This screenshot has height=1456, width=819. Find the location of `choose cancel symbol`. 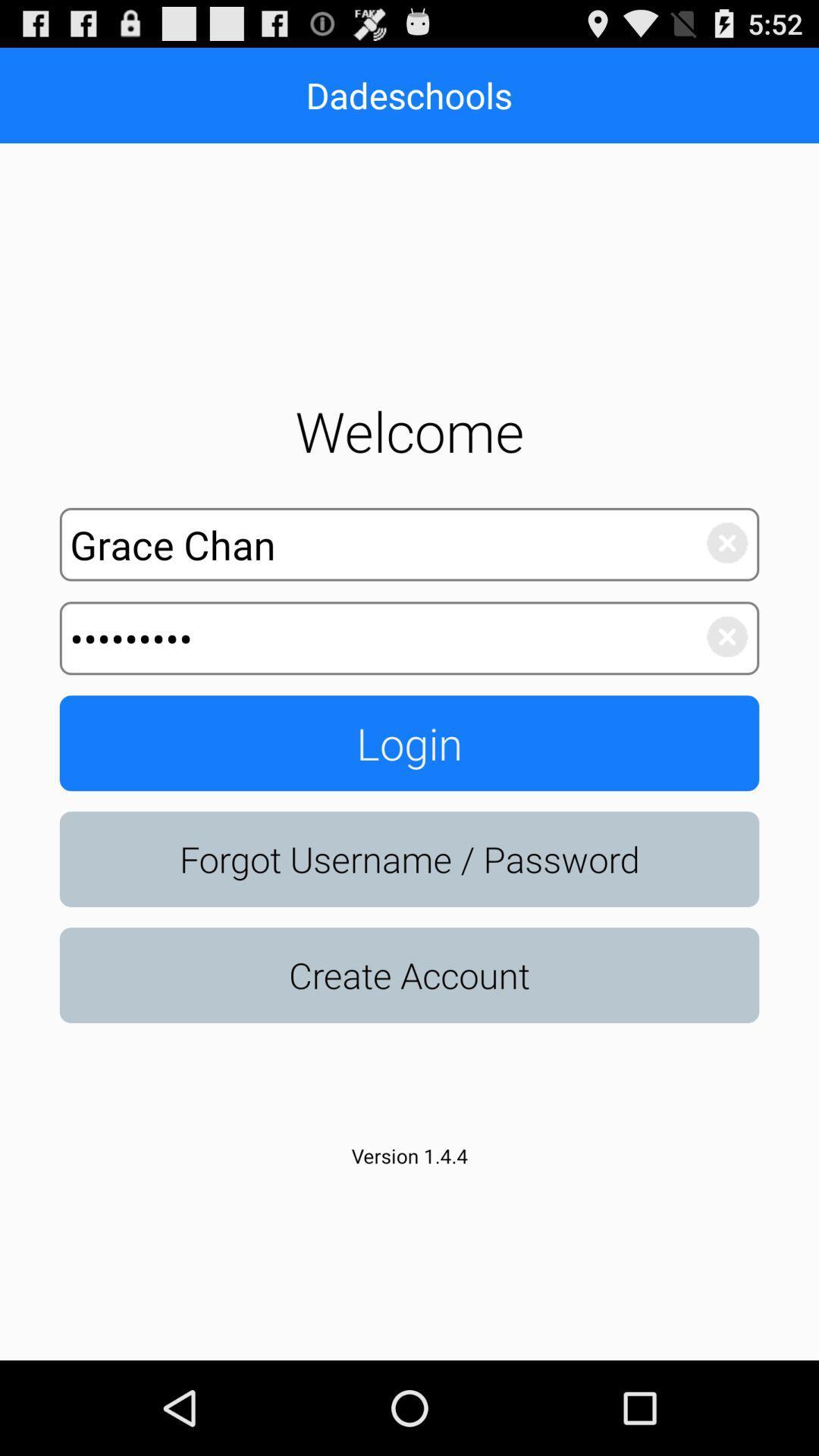

choose cancel symbol is located at coordinates (718, 539).